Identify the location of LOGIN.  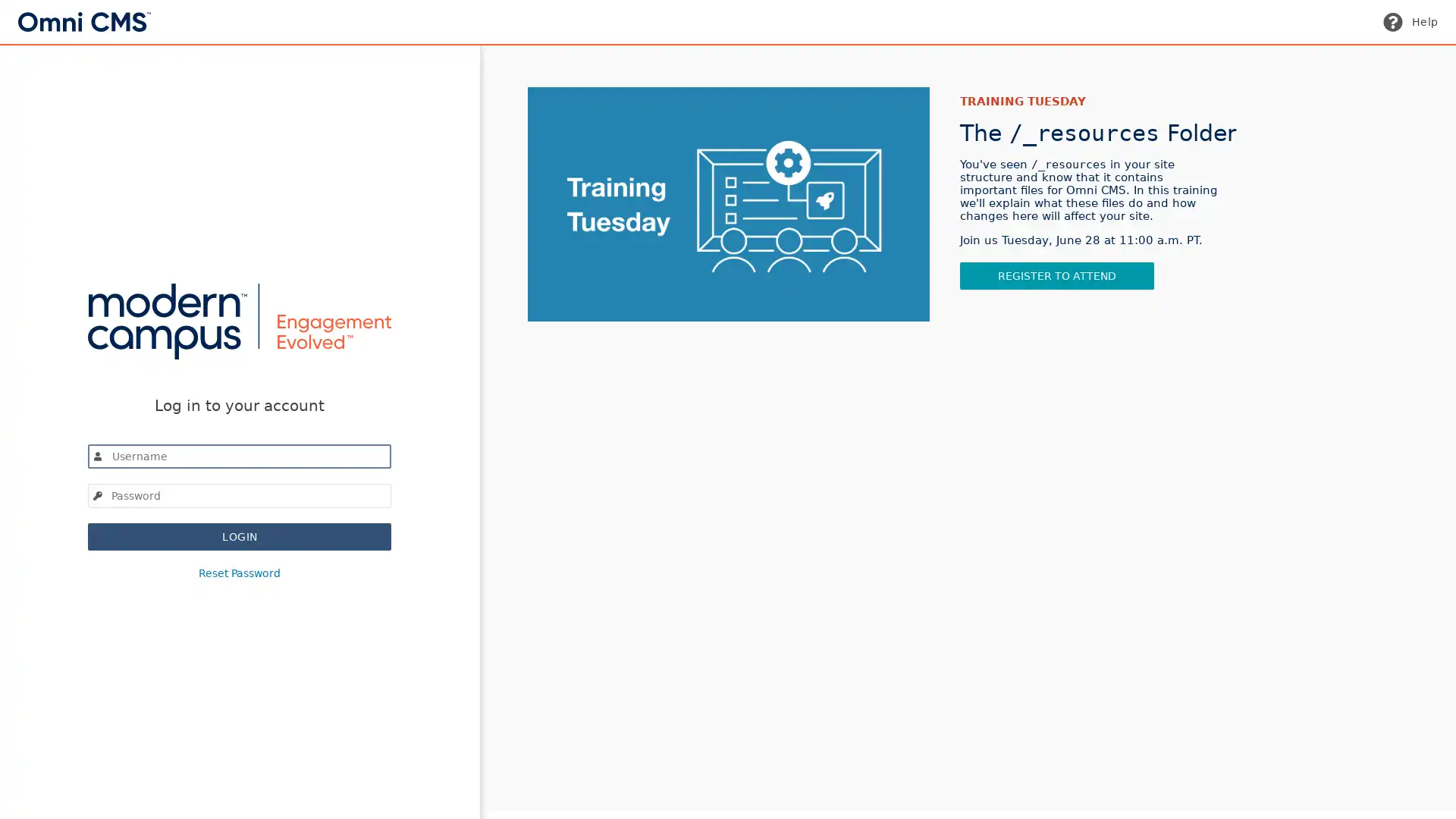
(239, 535).